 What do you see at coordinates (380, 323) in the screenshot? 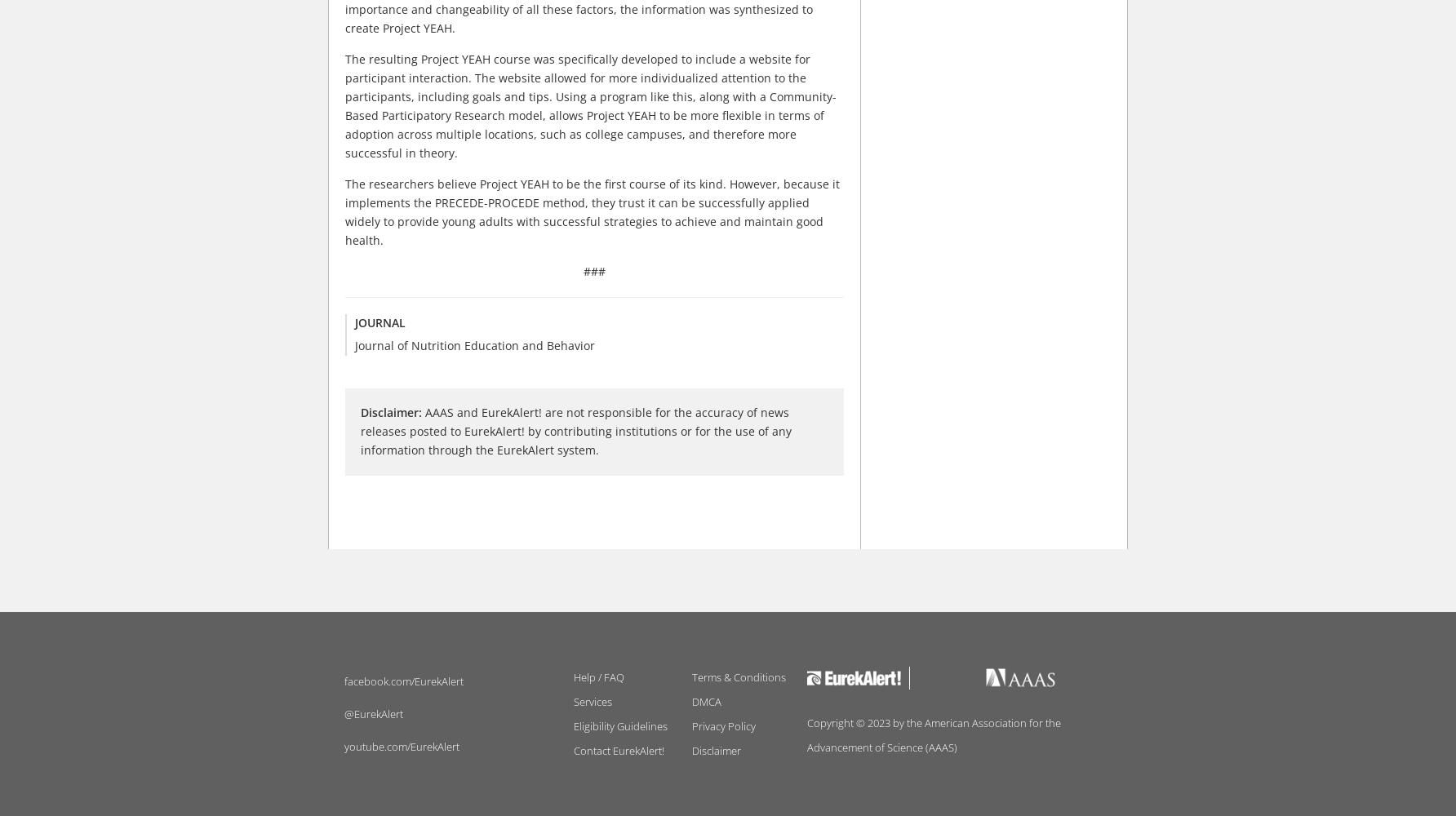
I see `'Journal'` at bounding box center [380, 323].